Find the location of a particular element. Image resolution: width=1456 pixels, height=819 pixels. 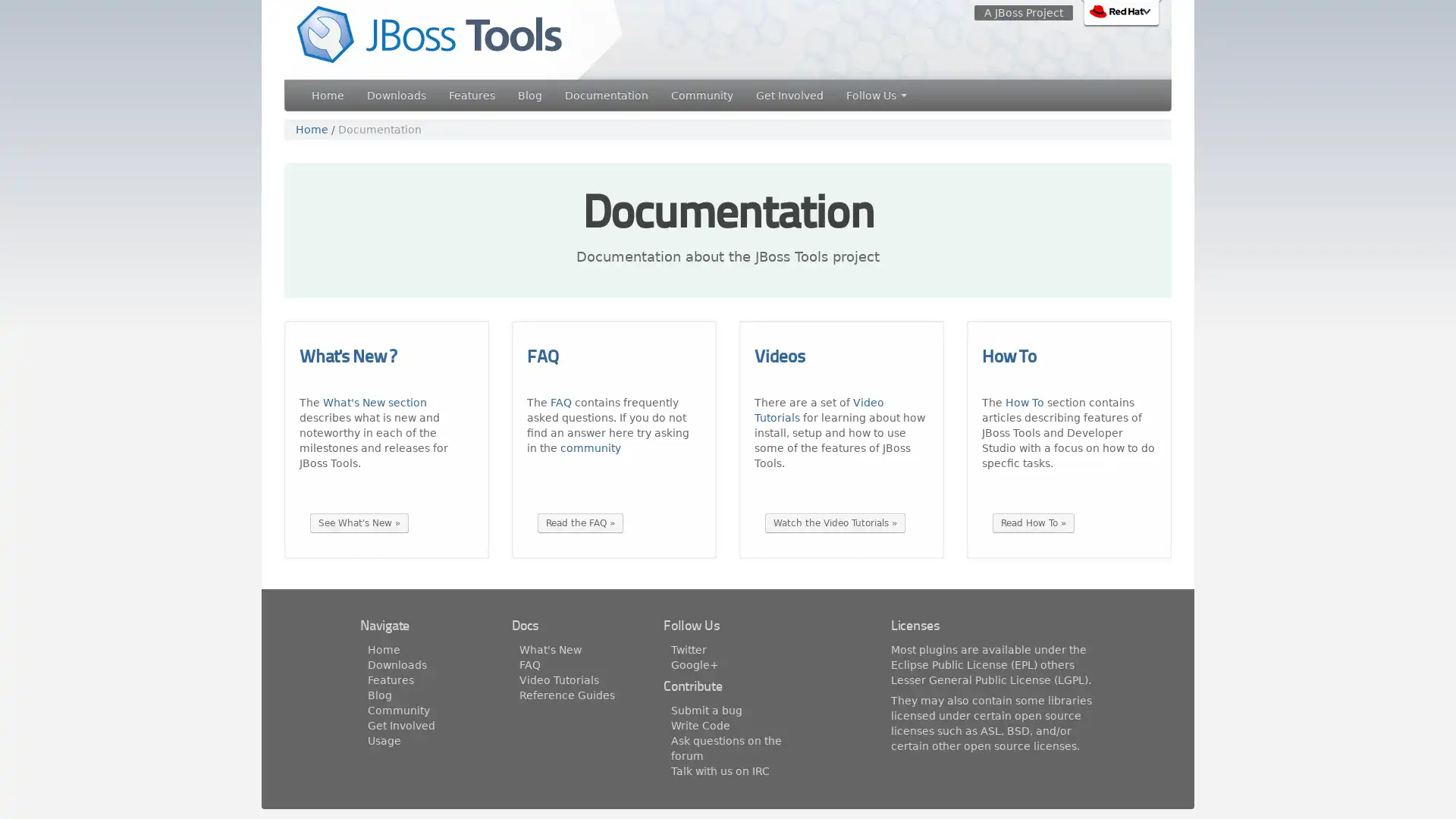

Read How To is located at coordinates (1033, 522).